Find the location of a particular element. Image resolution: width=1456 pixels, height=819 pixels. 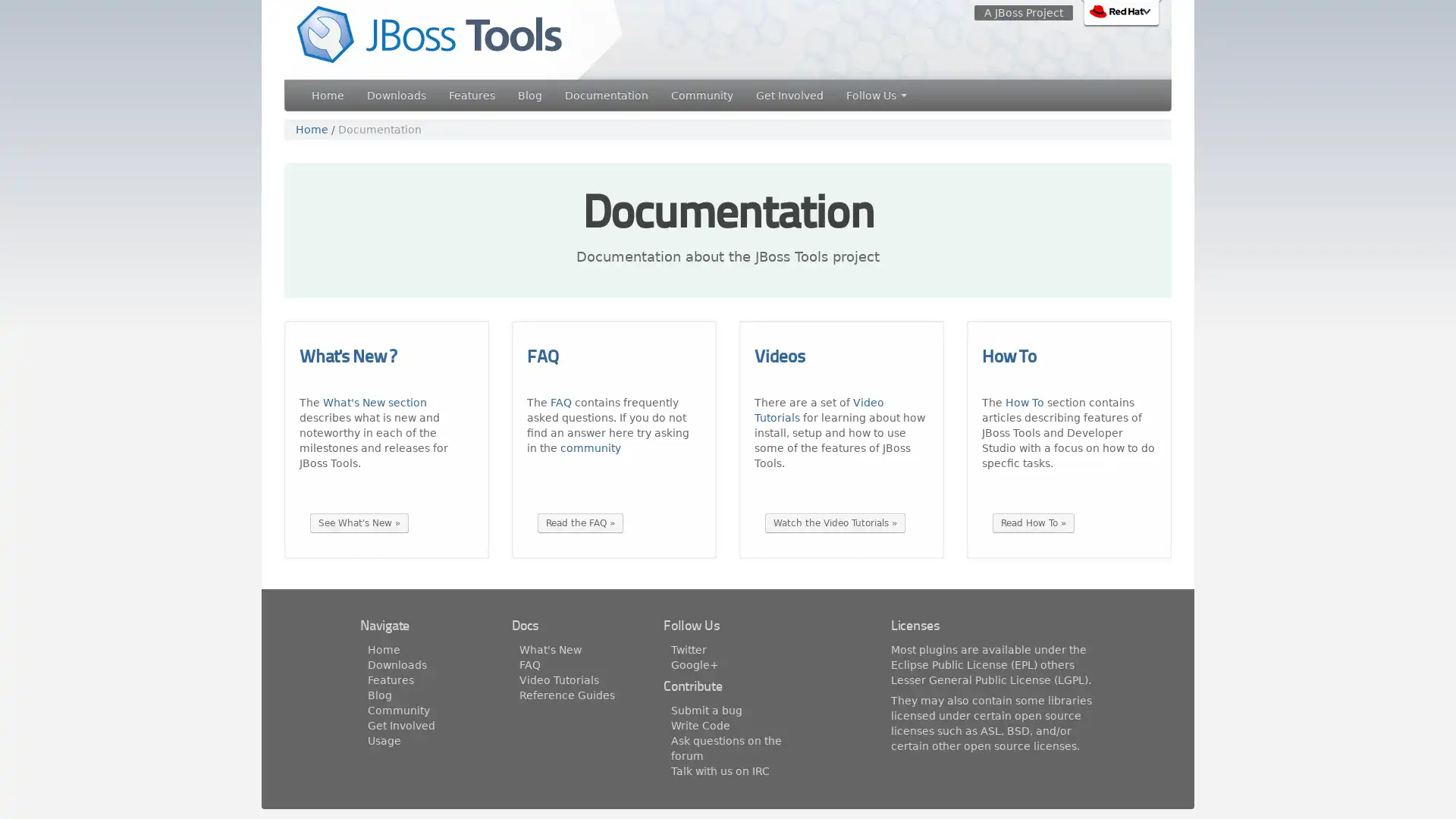

Read How To is located at coordinates (1033, 522).